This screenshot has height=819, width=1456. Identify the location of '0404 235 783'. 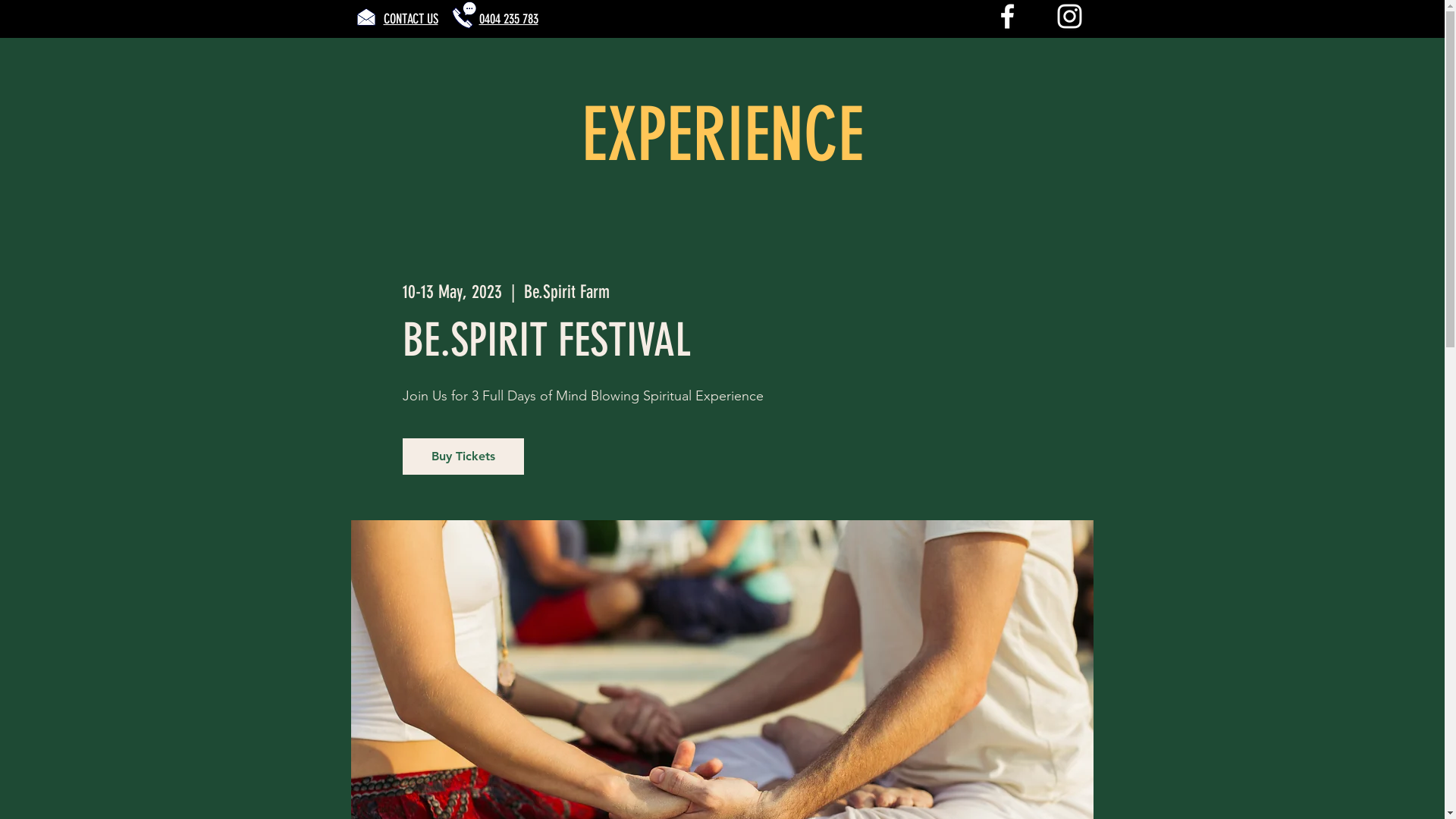
(509, 18).